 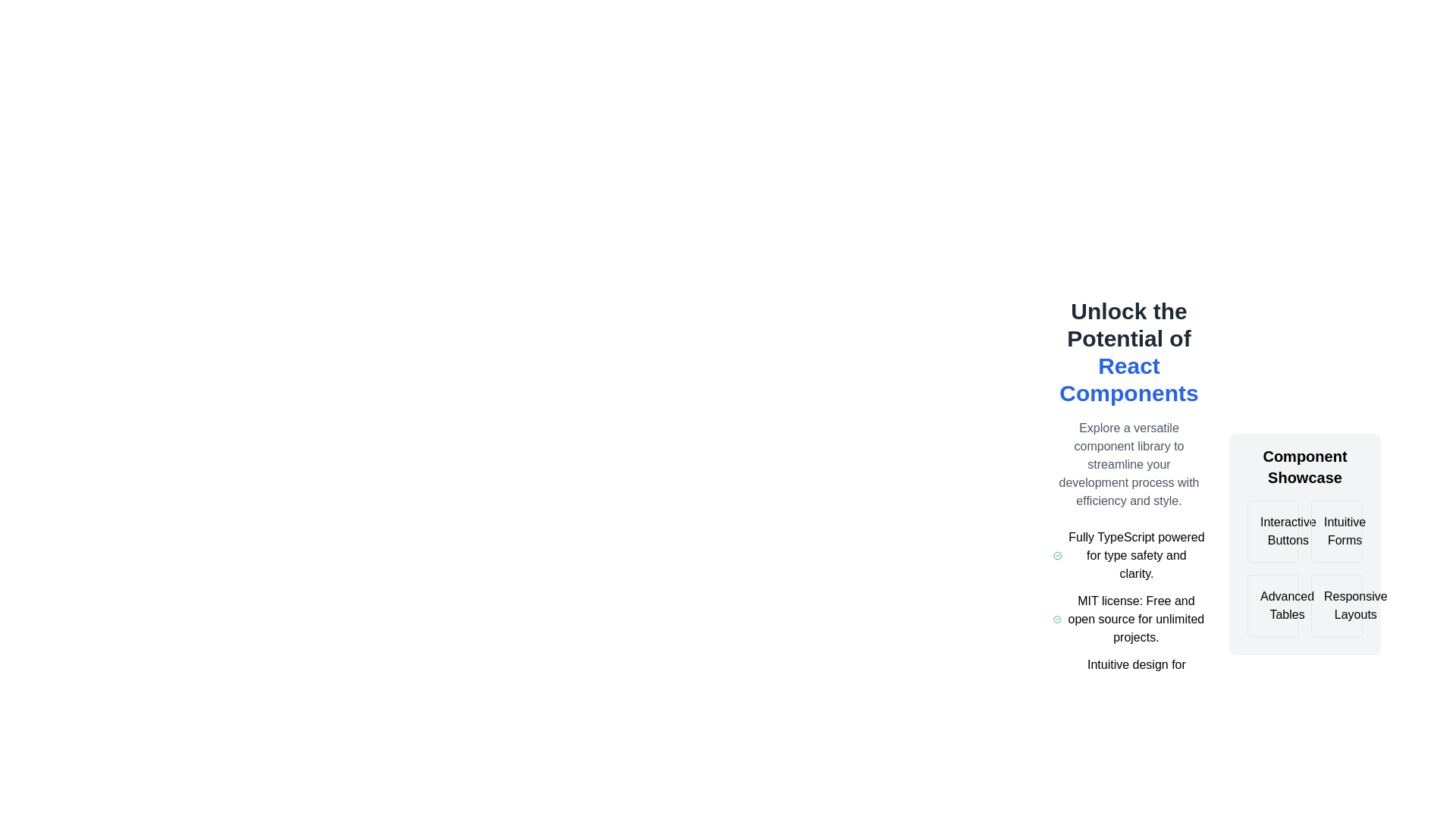 What do you see at coordinates (1128, 620) in the screenshot?
I see `descriptive text in the structured list showcasing the advantages of the product or service, located beneath the header 'Unlock the Potential of React Components.'` at bounding box center [1128, 620].